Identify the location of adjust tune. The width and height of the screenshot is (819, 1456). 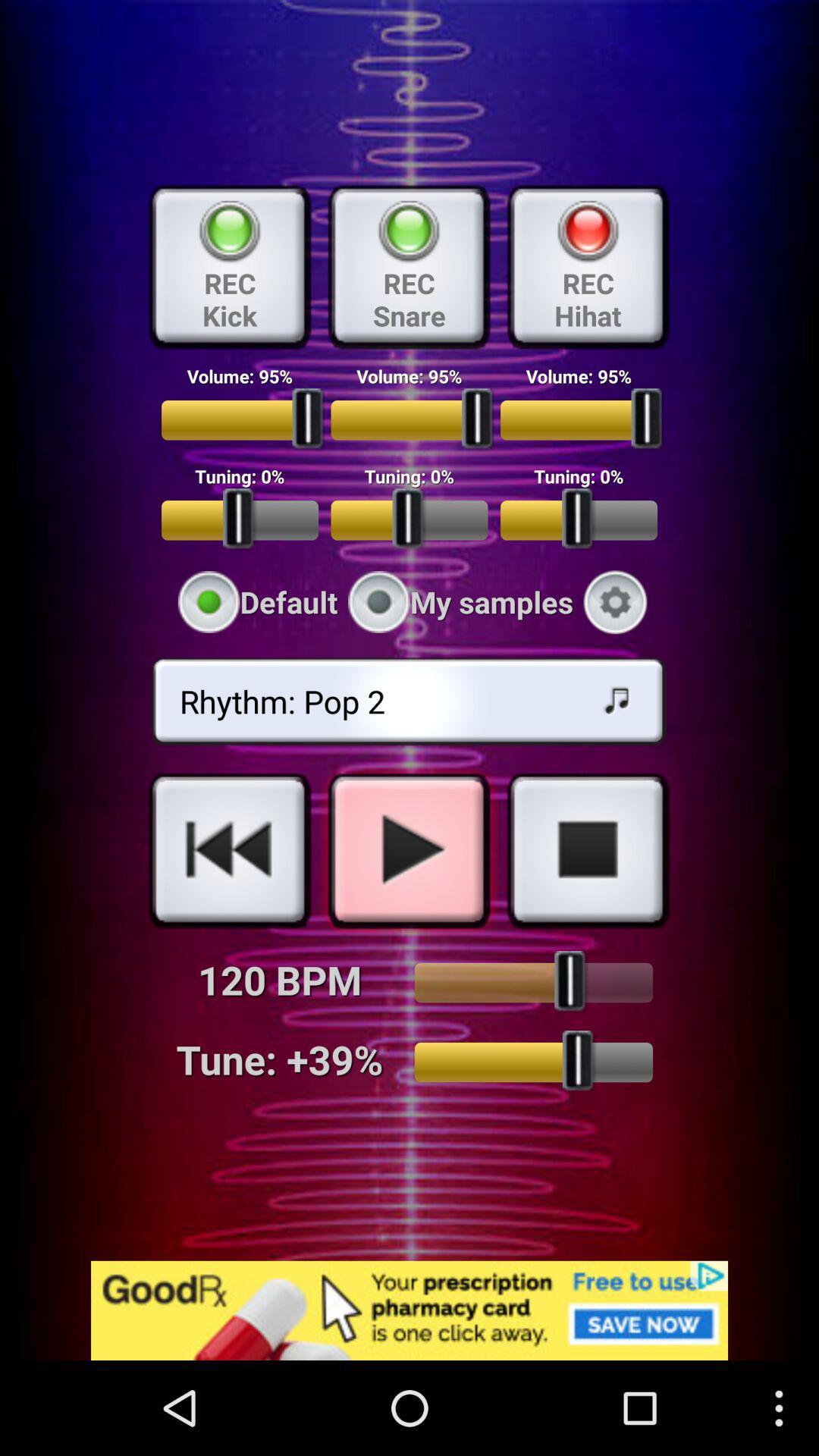
(532, 1062).